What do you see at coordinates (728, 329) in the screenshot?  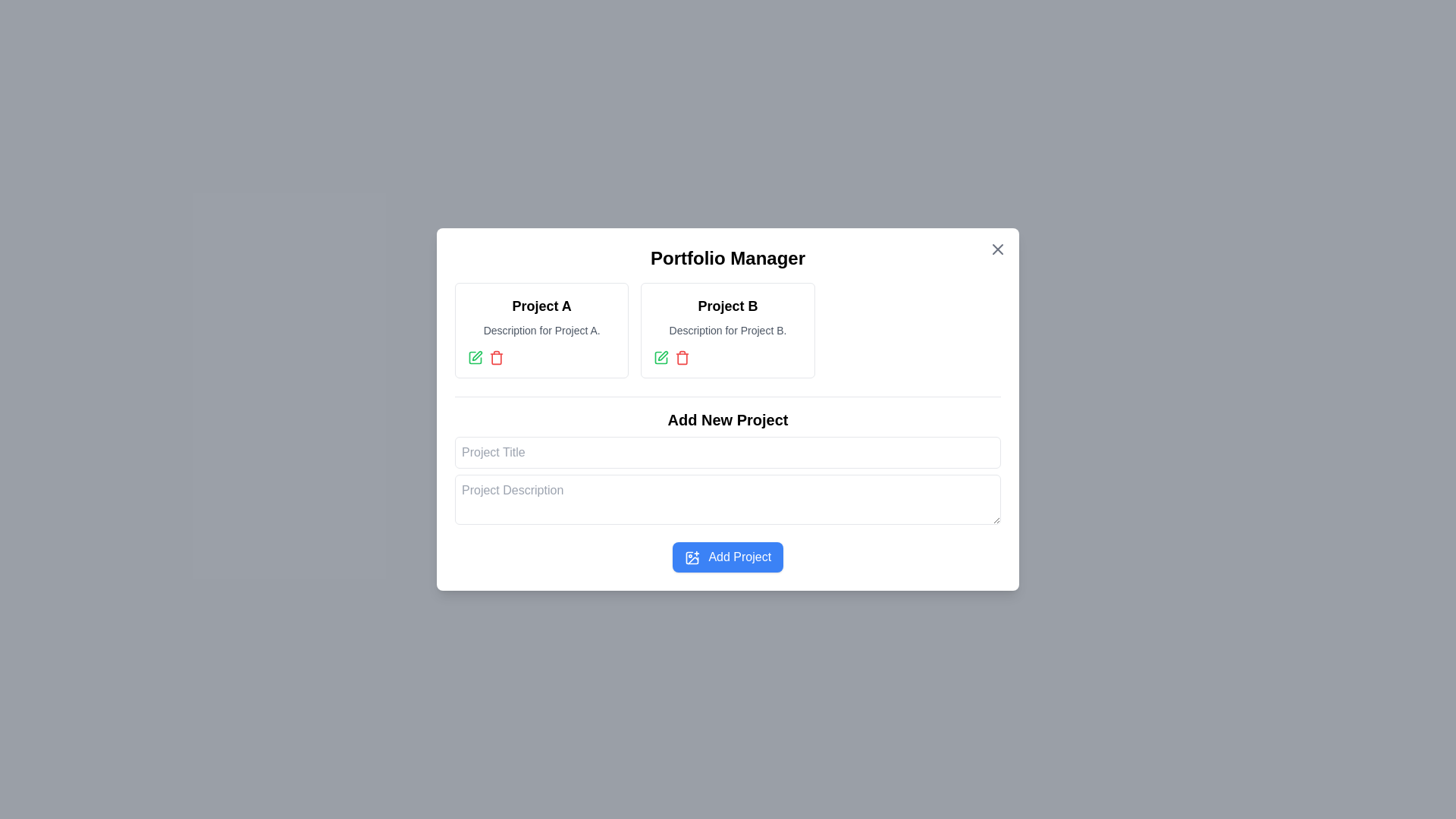 I see `title 'Project B' and description 'Description for Project B.' from the bordered card located at the top center of the 'Portfolio Manager' modal` at bounding box center [728, 329].